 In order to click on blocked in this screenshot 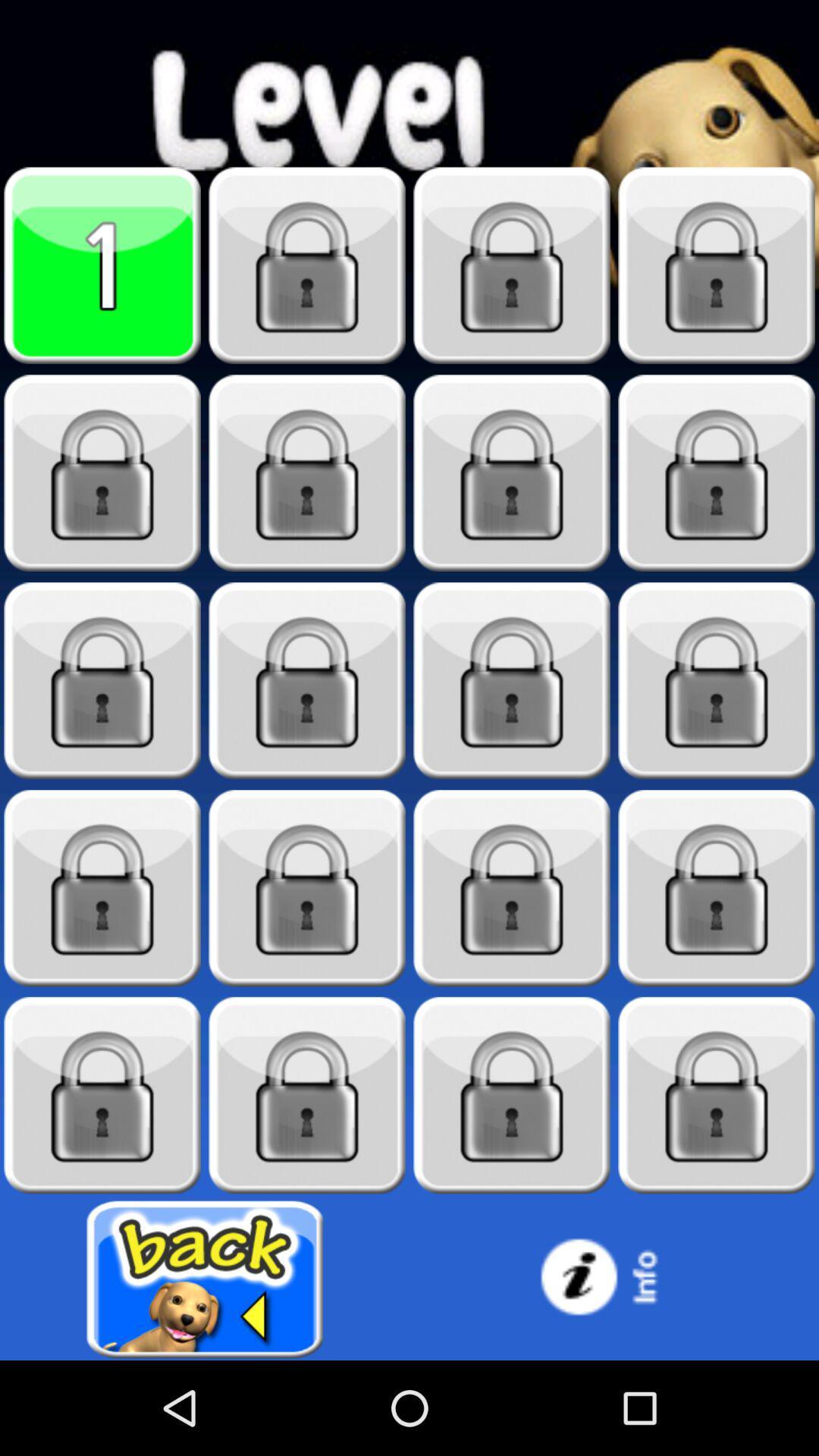, I will do `click(307, 472)`.